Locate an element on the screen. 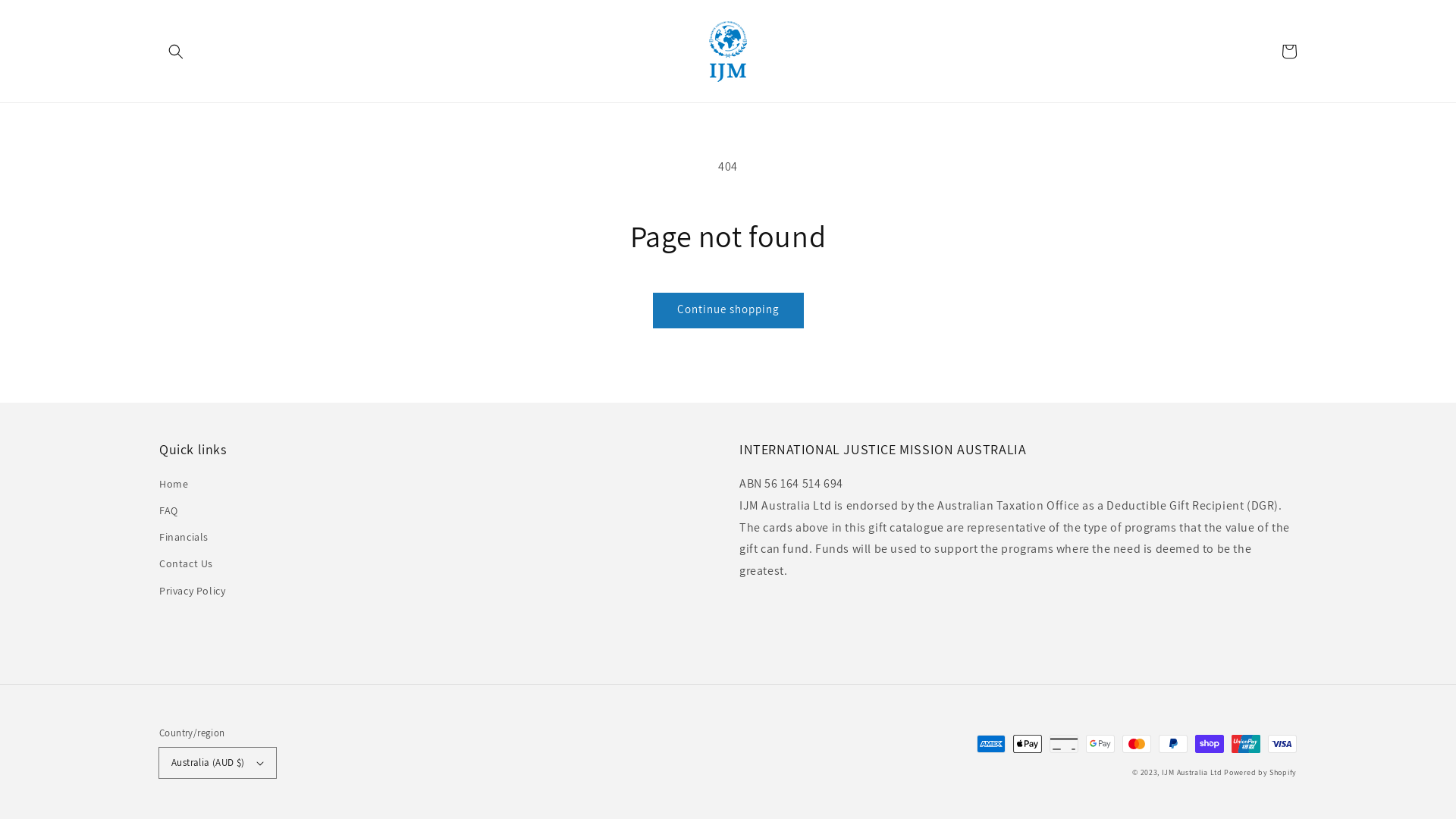 The width and height of the screenshot is (1456, 819). 'Australia (AUD $)' is located at coordinates (217, 763).